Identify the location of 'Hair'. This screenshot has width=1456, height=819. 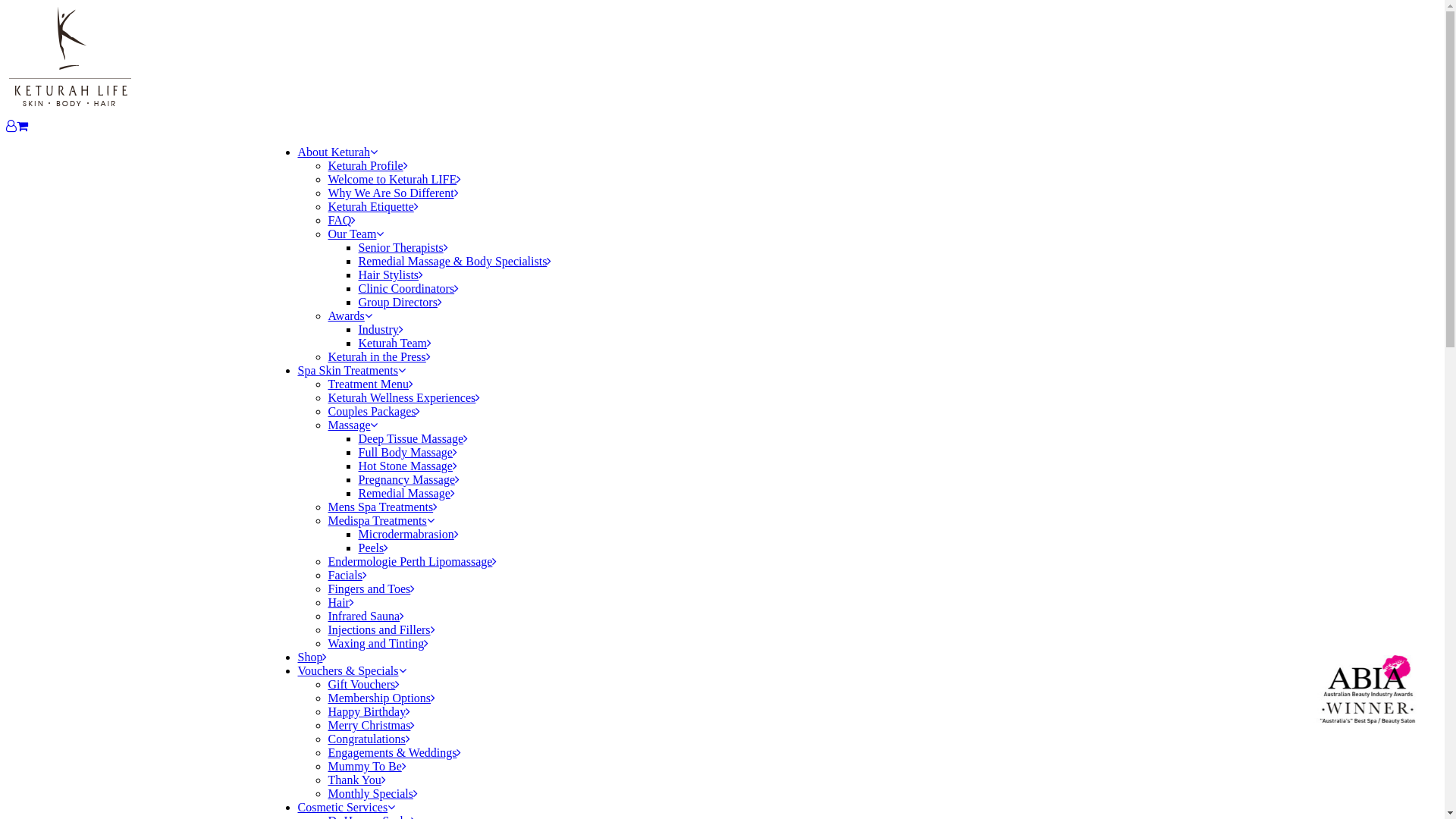
(340, 601).